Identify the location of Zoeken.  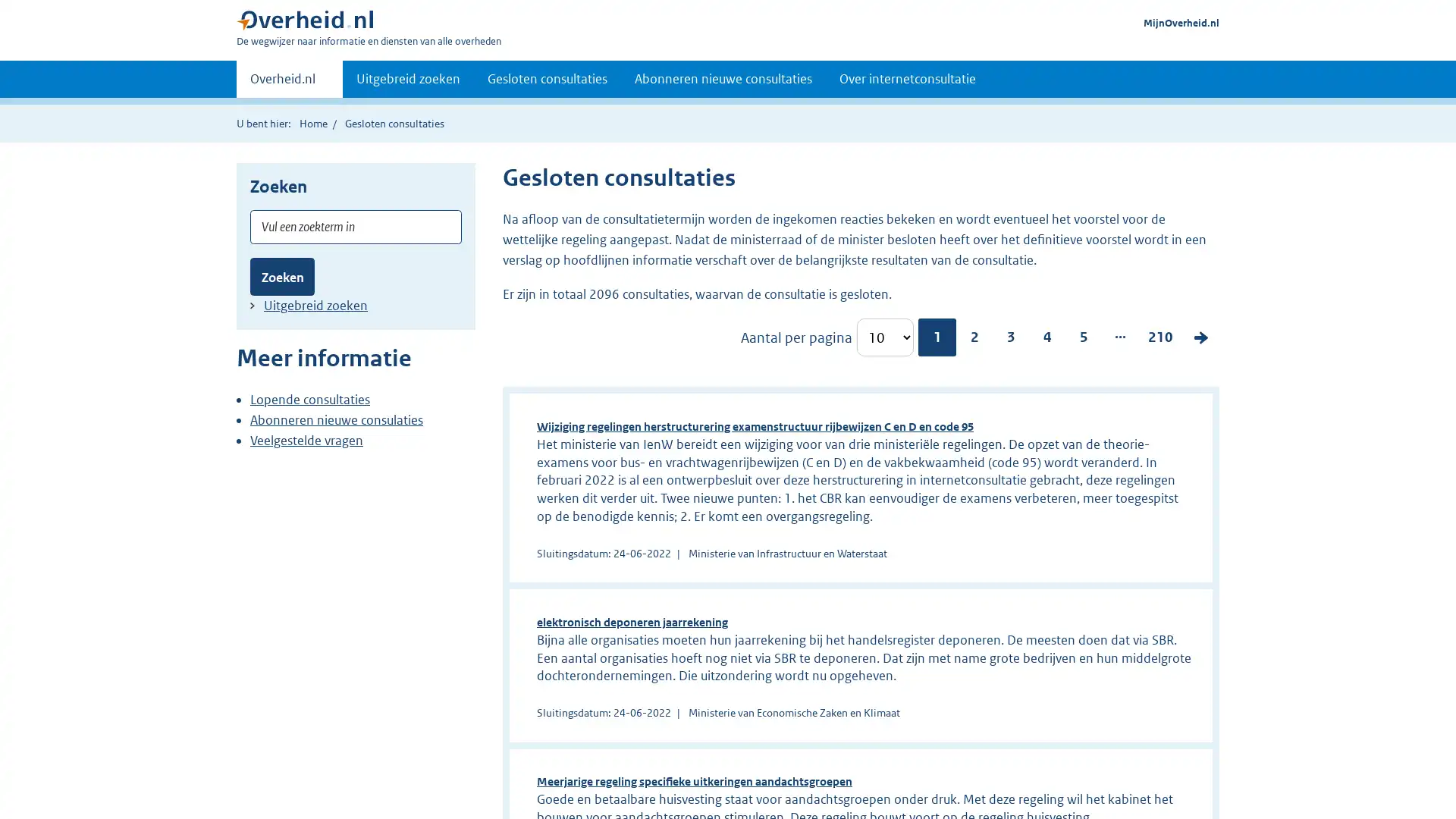
(282, 276).